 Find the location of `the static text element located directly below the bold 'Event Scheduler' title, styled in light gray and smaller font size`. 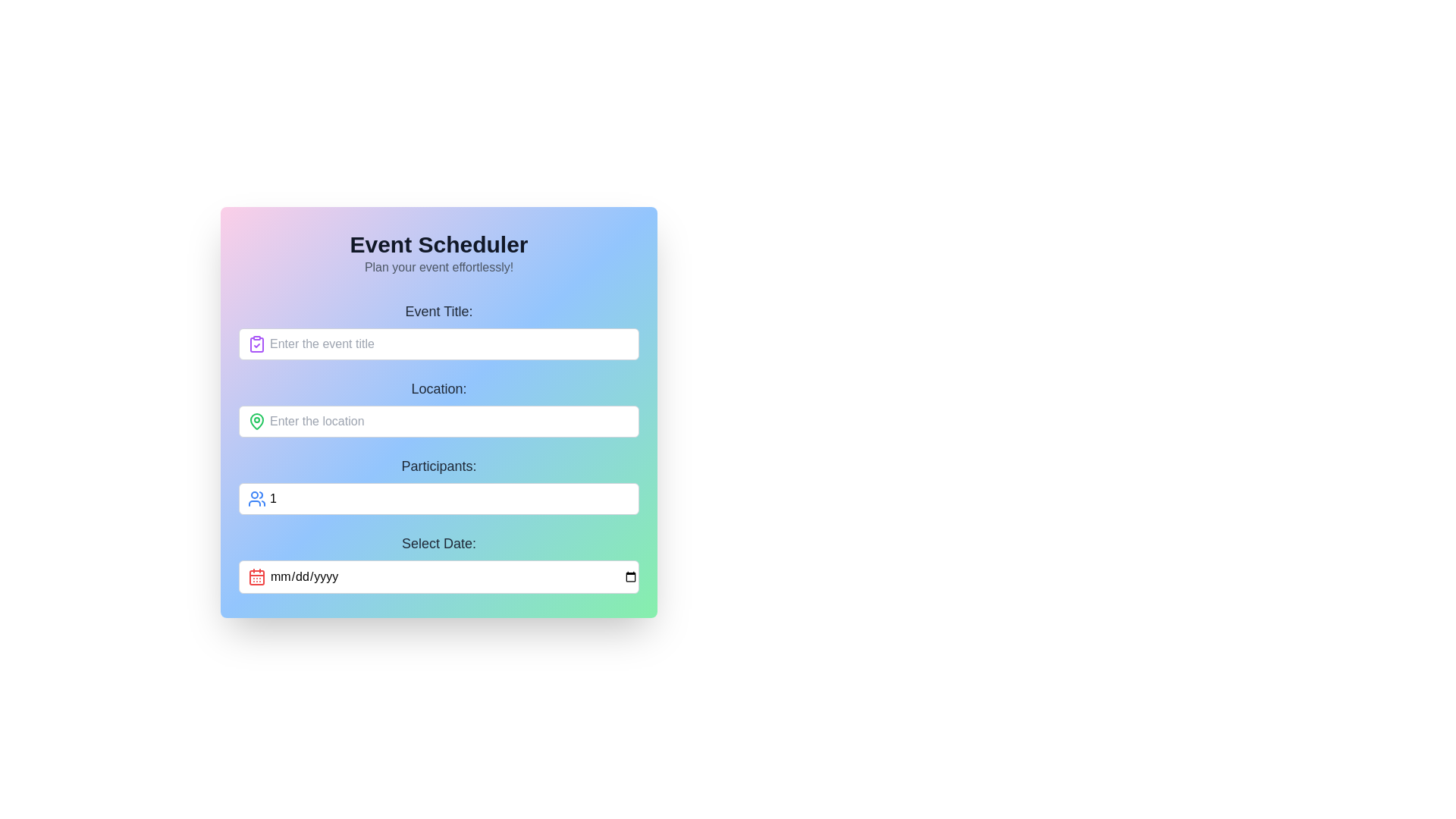

the static text element located directly below the bold 'Event Scheduler' title, styled in light gray and smaller font size is located at coordinates (438, 267).